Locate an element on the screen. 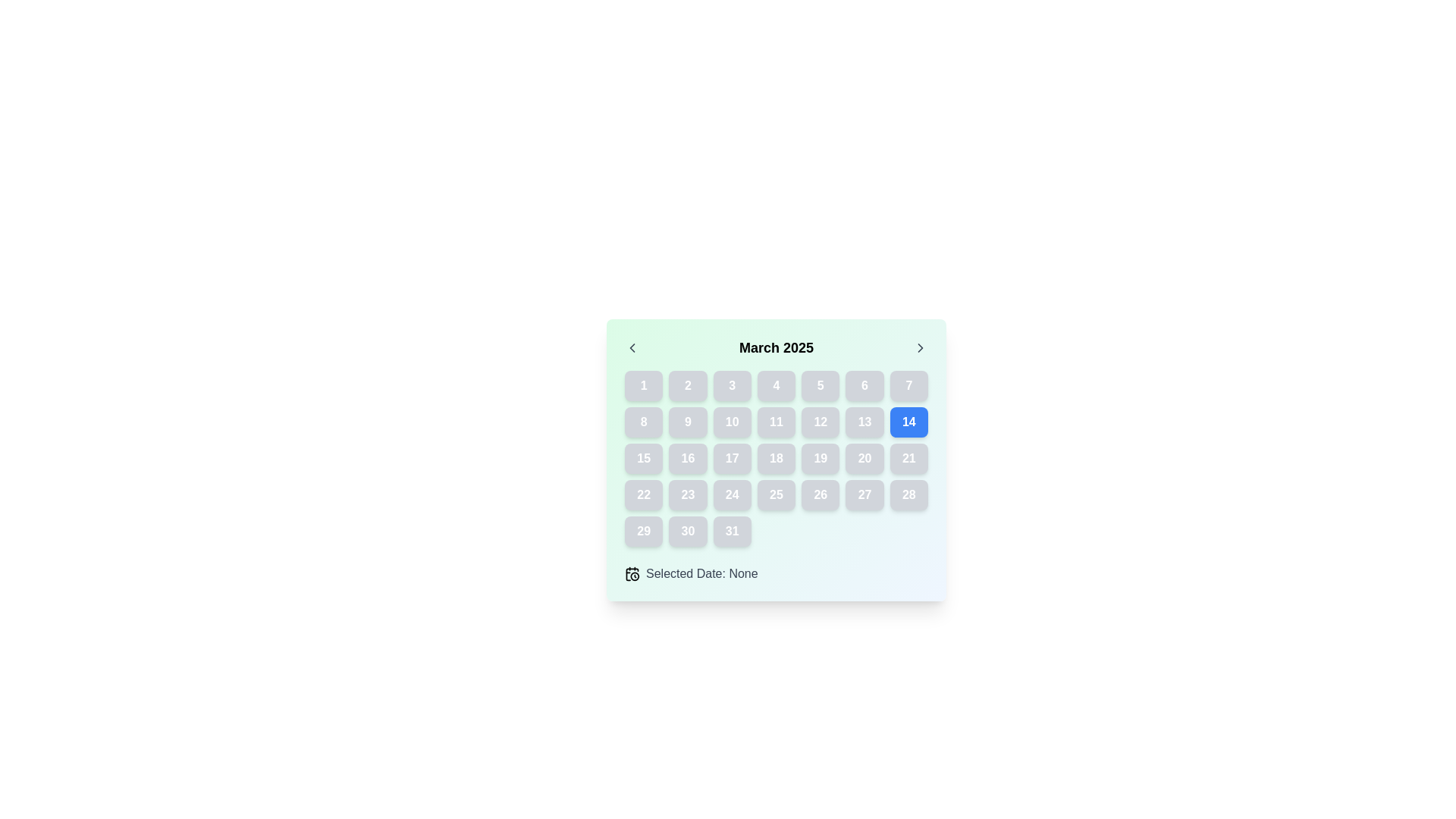 This screenshot has height=819, width=1456. the clickable date option '28' in the calendar widget is located at coordinates (908, 494).